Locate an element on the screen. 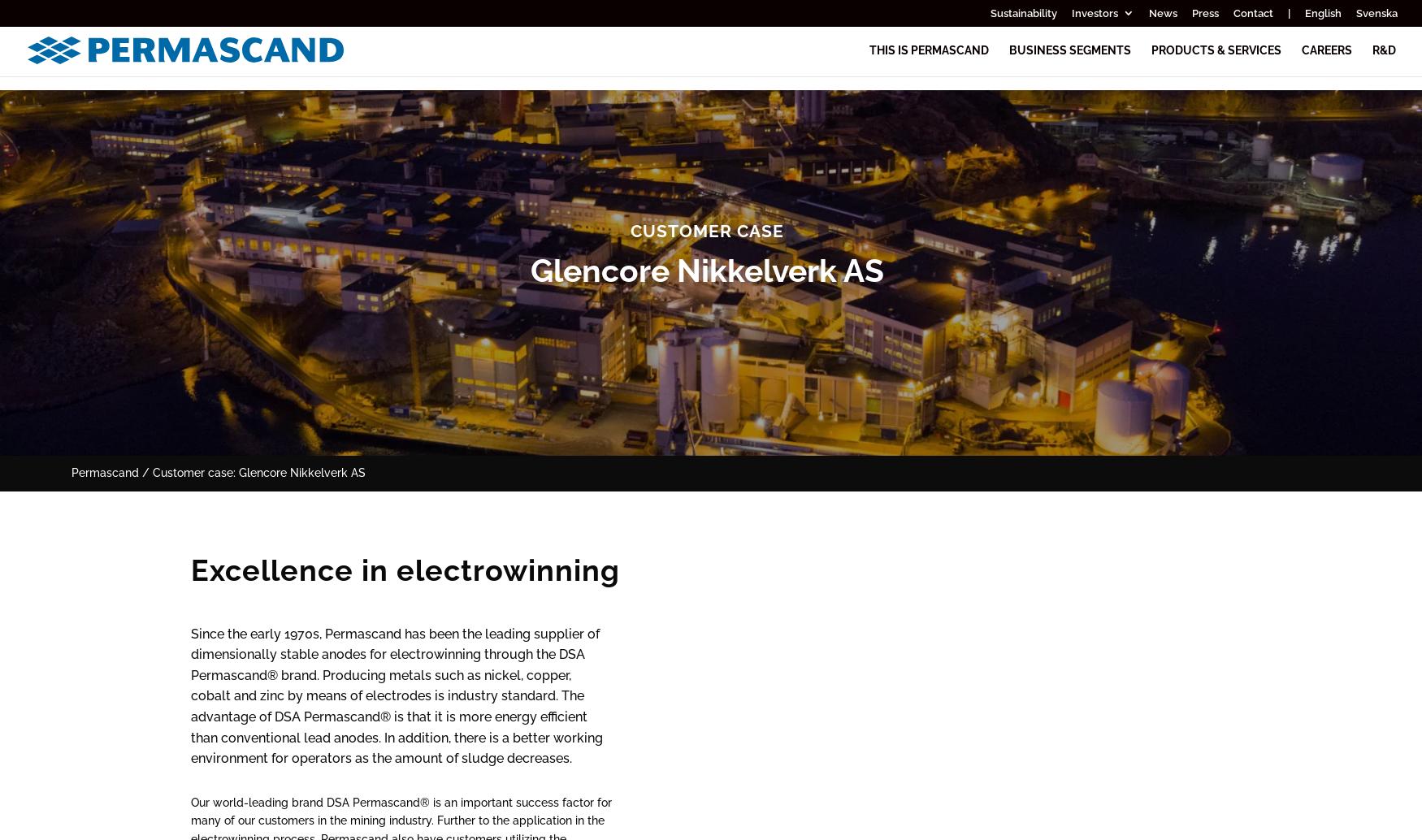 This screenshot has height=840, width=1422. 'Customer case' is located at coordinates (706, 230).